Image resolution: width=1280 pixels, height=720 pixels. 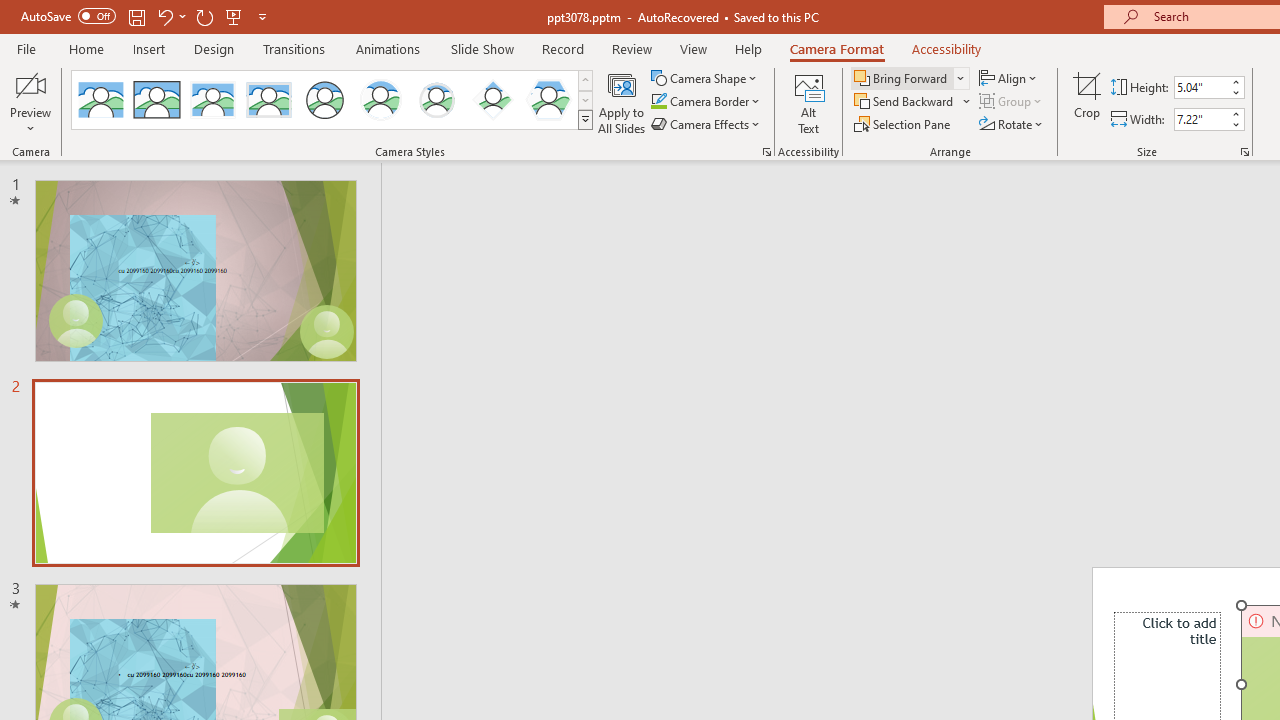 I want to click on 'Camera Border Green, Accent 1', so click(x=658, y=101).